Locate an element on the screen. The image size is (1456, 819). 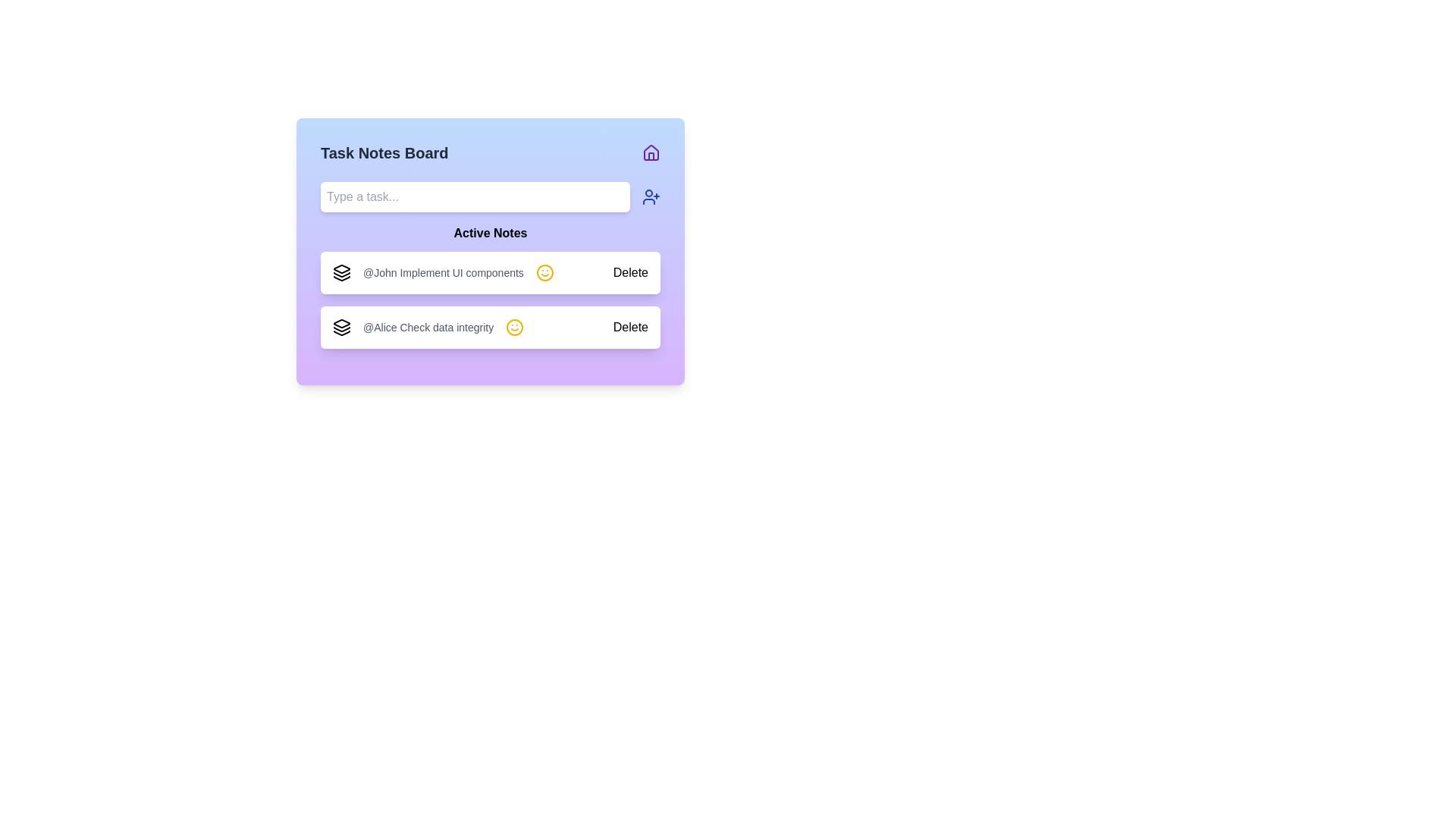
the purple house icon located in the top-right corner of the 'Task Notes Board' header is located at coordinates (651, 152).